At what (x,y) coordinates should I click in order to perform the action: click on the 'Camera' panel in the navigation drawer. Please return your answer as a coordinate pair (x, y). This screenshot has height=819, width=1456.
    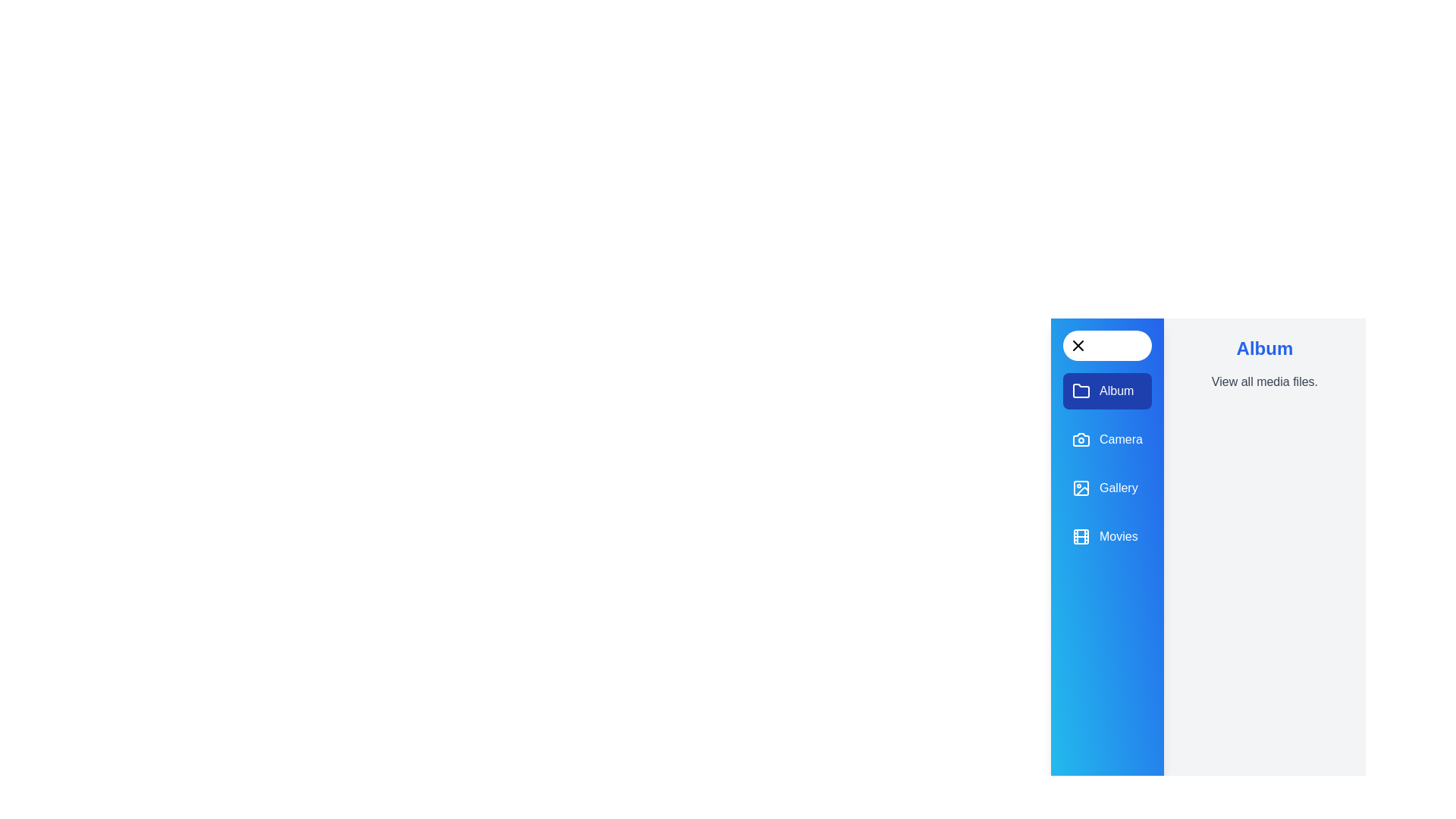
    Looking at the image, I should click on (1106, 439).